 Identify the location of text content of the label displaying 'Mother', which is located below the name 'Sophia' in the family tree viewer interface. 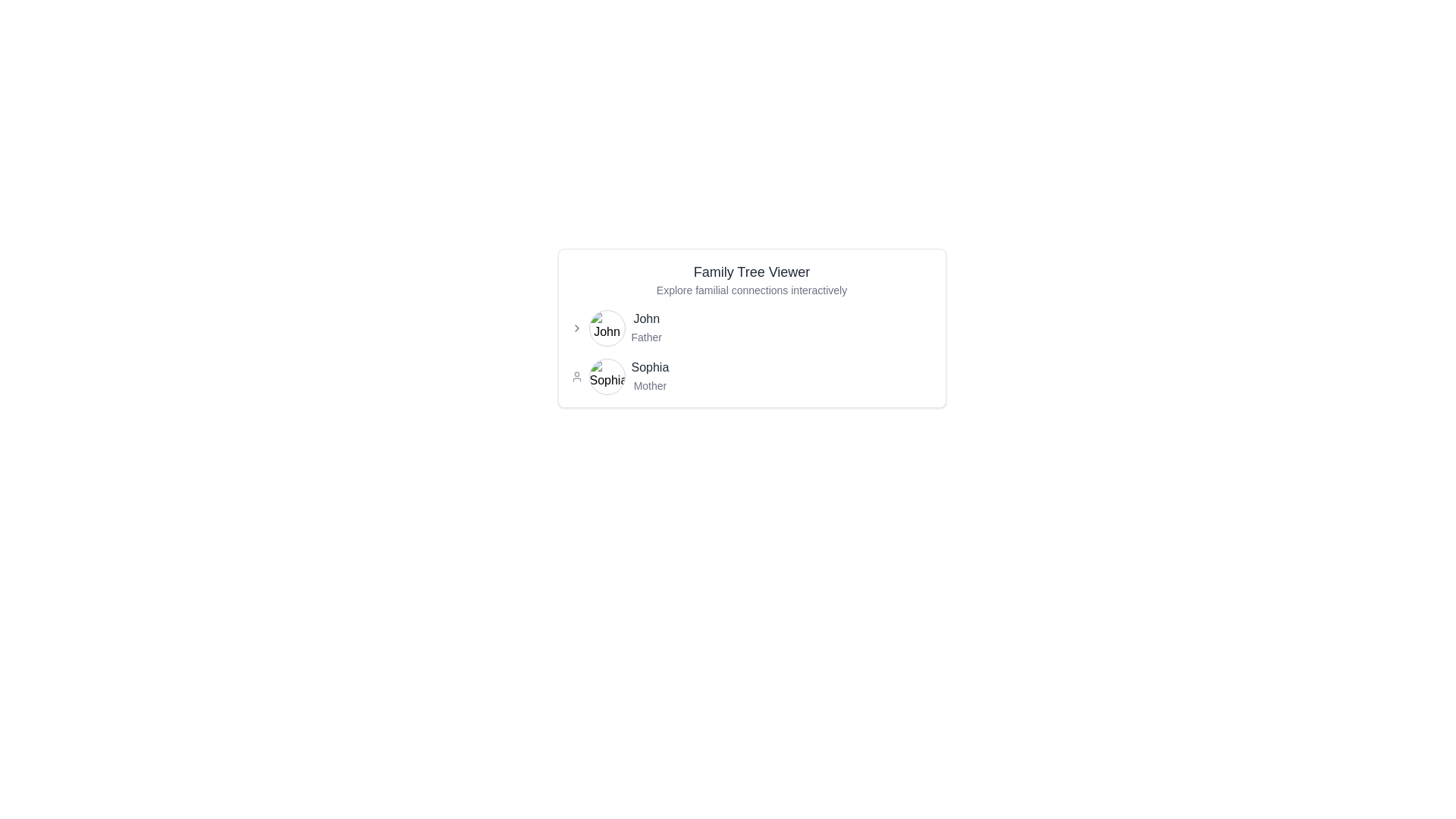
(650, 385).